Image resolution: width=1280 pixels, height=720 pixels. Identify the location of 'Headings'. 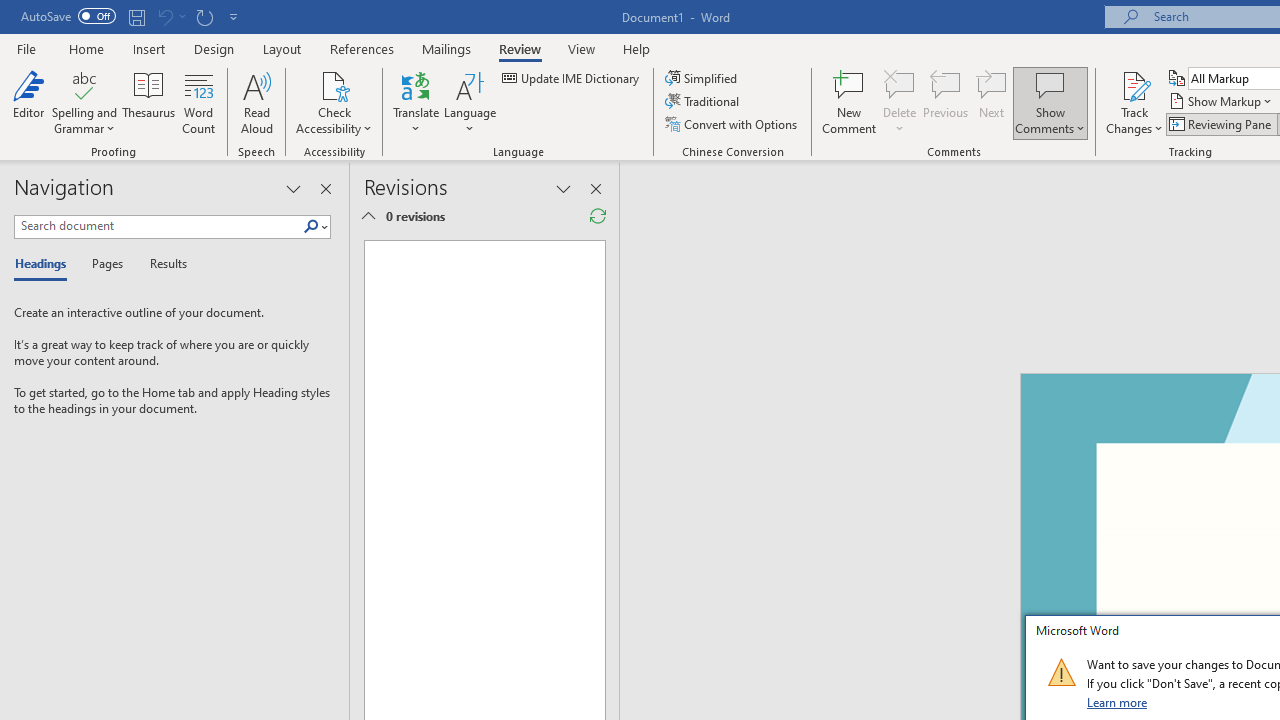
(45, 264).